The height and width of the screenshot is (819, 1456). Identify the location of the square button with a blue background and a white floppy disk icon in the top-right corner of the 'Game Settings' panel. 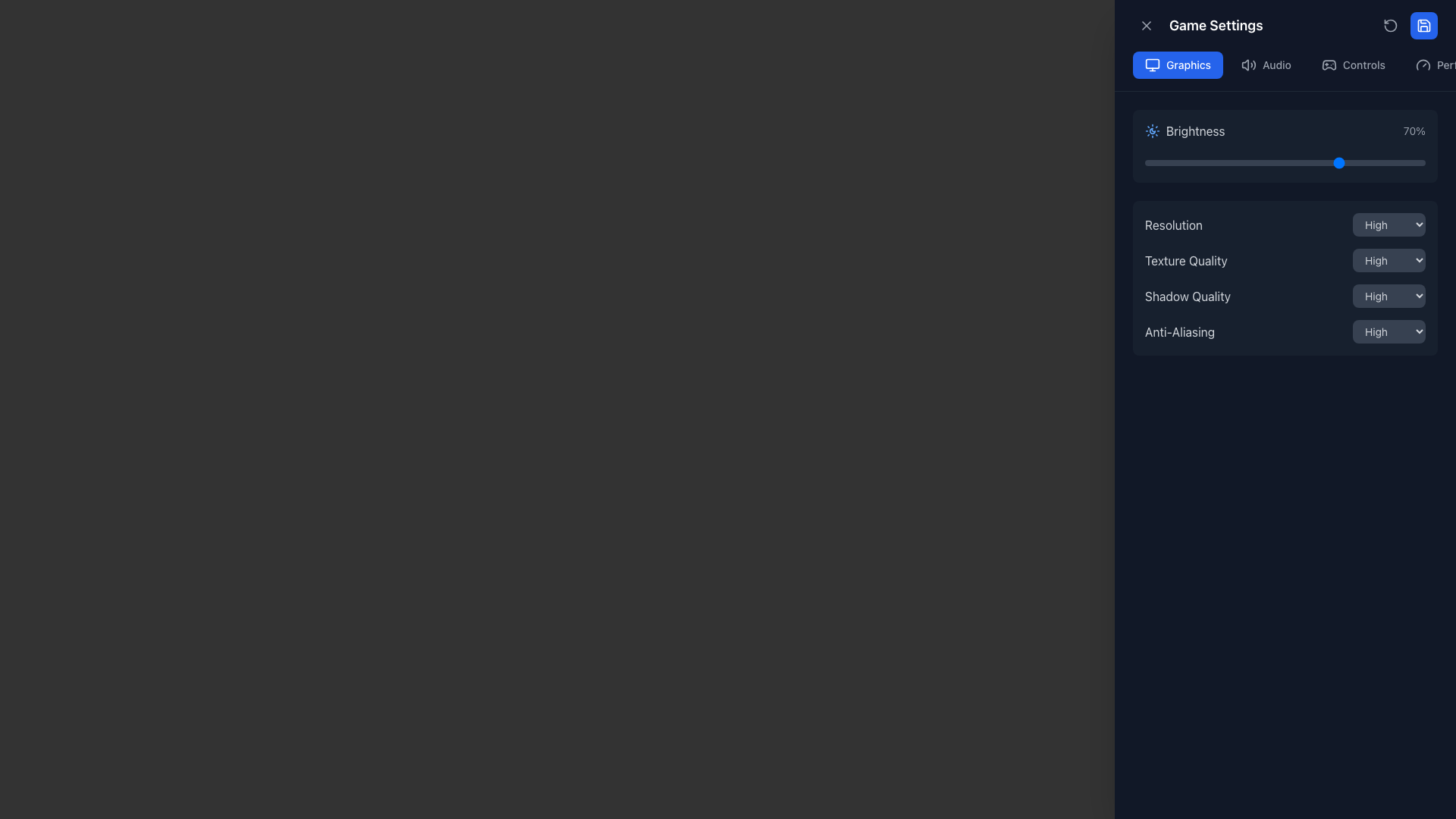
(1423, 26).